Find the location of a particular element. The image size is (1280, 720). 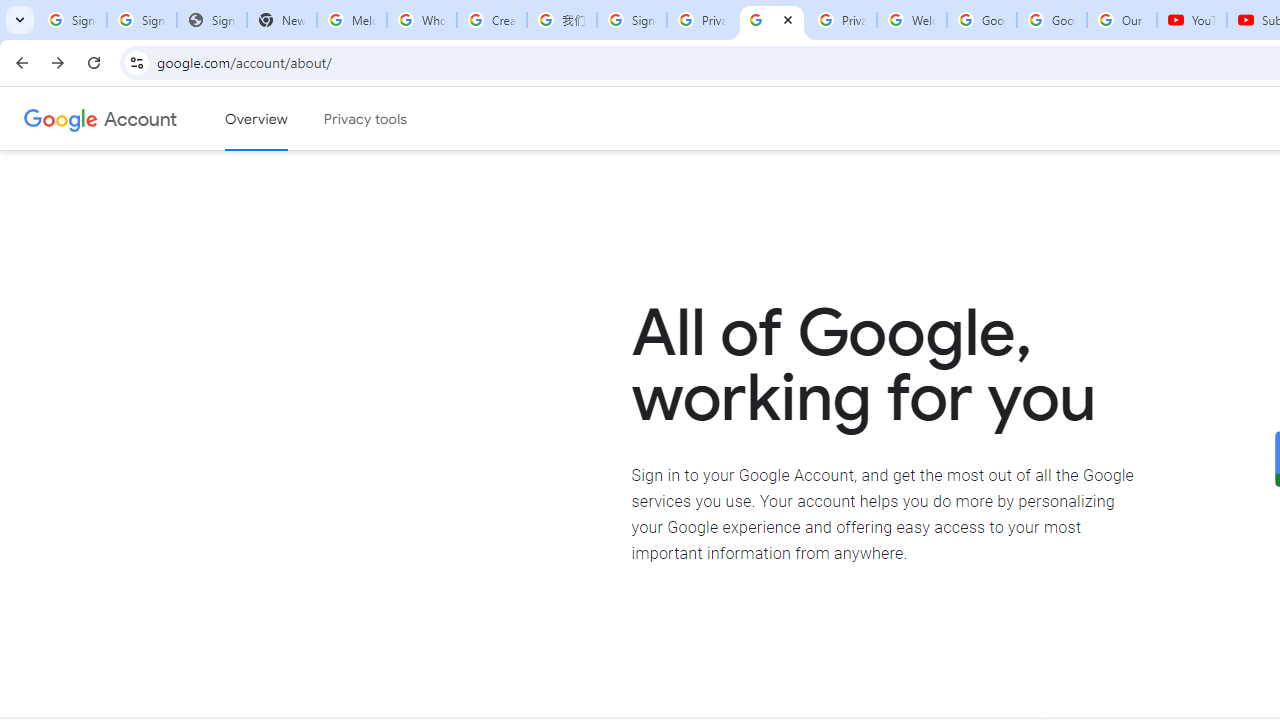

'YouTube' is located at coordinates (1192, 20).